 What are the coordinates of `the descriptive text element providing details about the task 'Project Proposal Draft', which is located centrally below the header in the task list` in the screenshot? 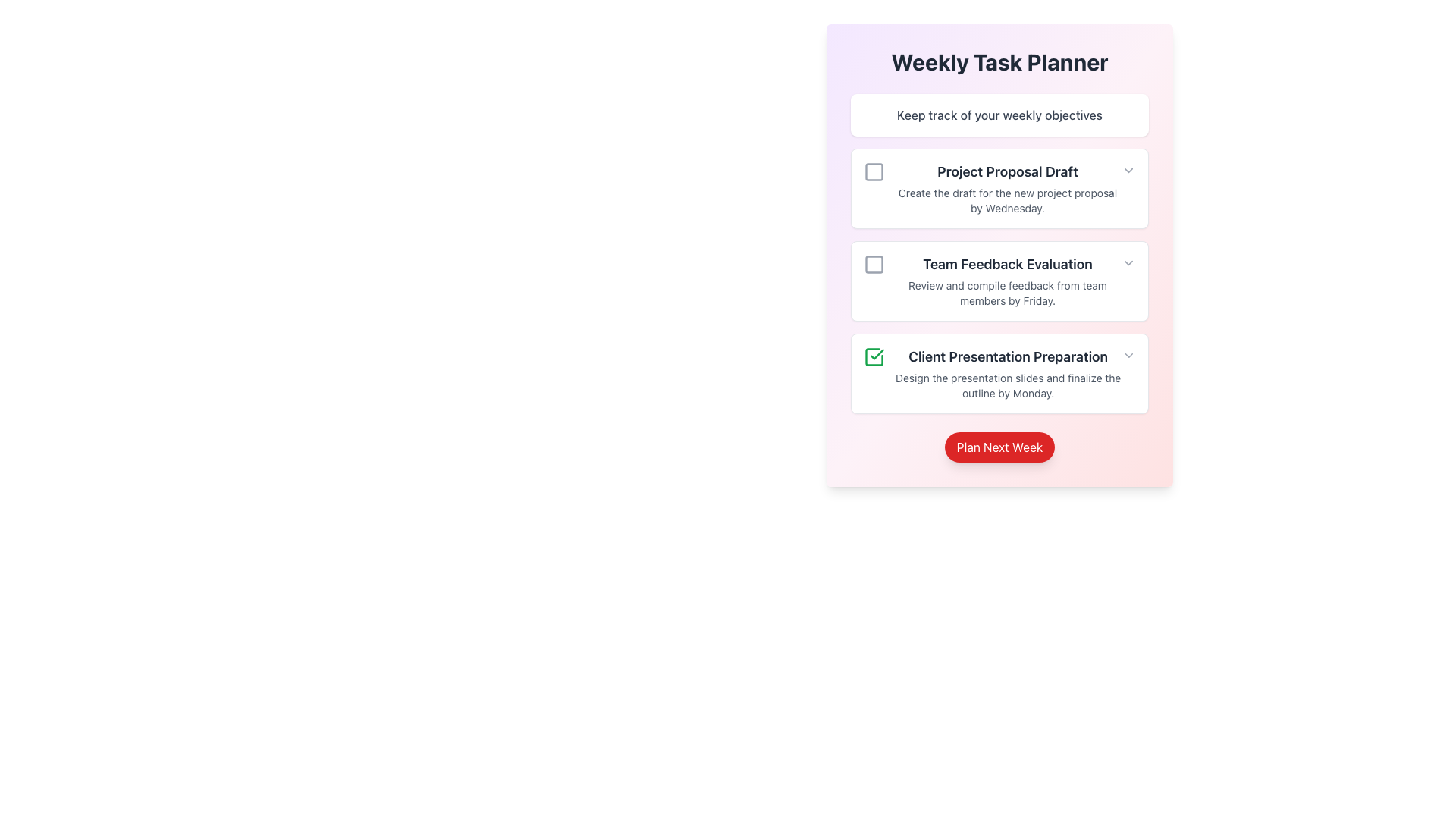 It's located at (1008, 200).